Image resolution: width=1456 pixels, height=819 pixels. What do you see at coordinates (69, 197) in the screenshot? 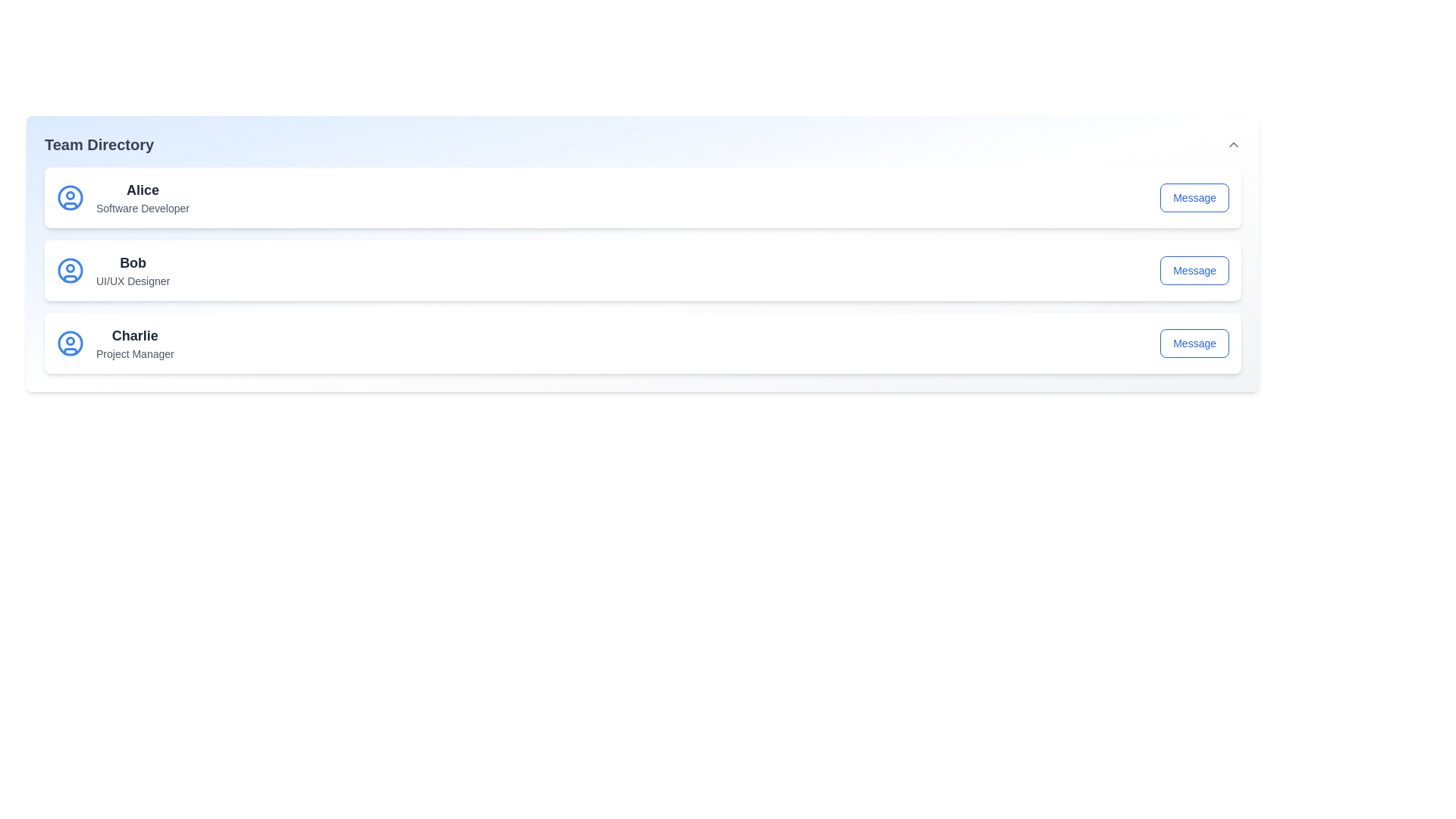
I see `the outermost SVG circle representing the avatar or user image placeholder for the user named 'Alice', positioned to the far left in the user entry row` at bounding box center [69, 197].